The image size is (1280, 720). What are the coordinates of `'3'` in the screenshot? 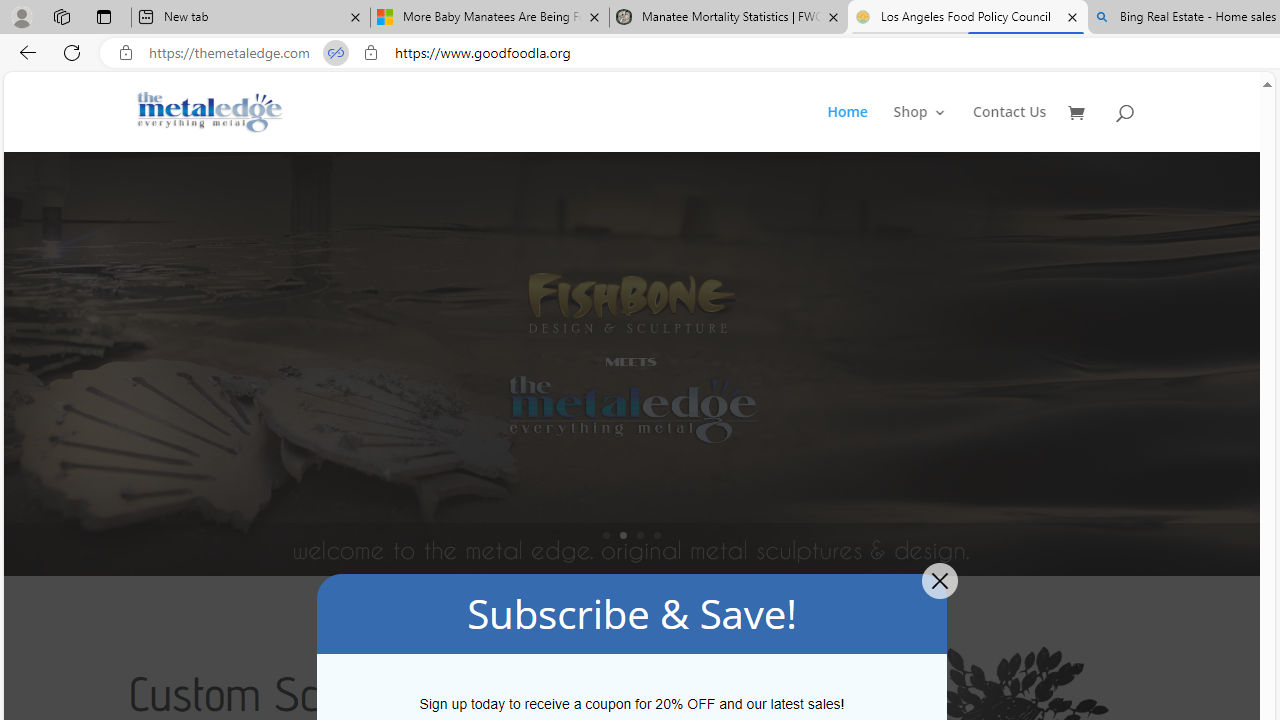 It's located at (640, 534).